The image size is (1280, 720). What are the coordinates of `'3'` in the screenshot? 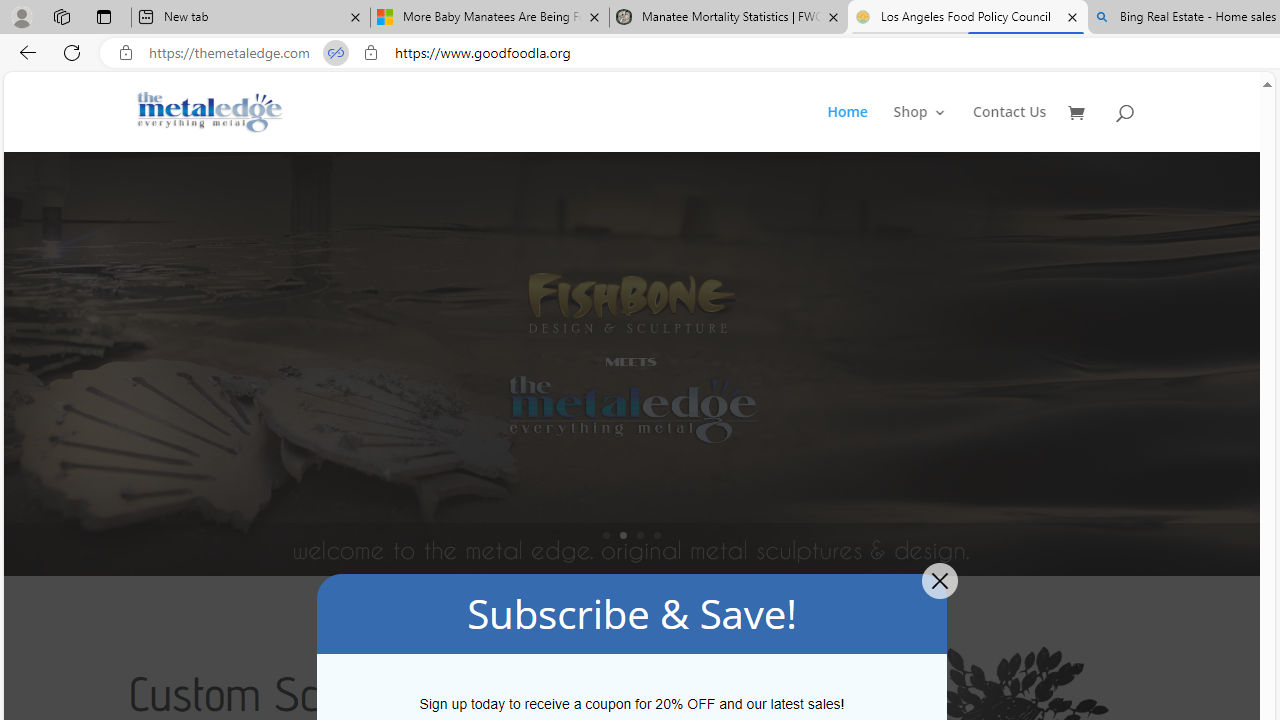 It's located at (640, 534).